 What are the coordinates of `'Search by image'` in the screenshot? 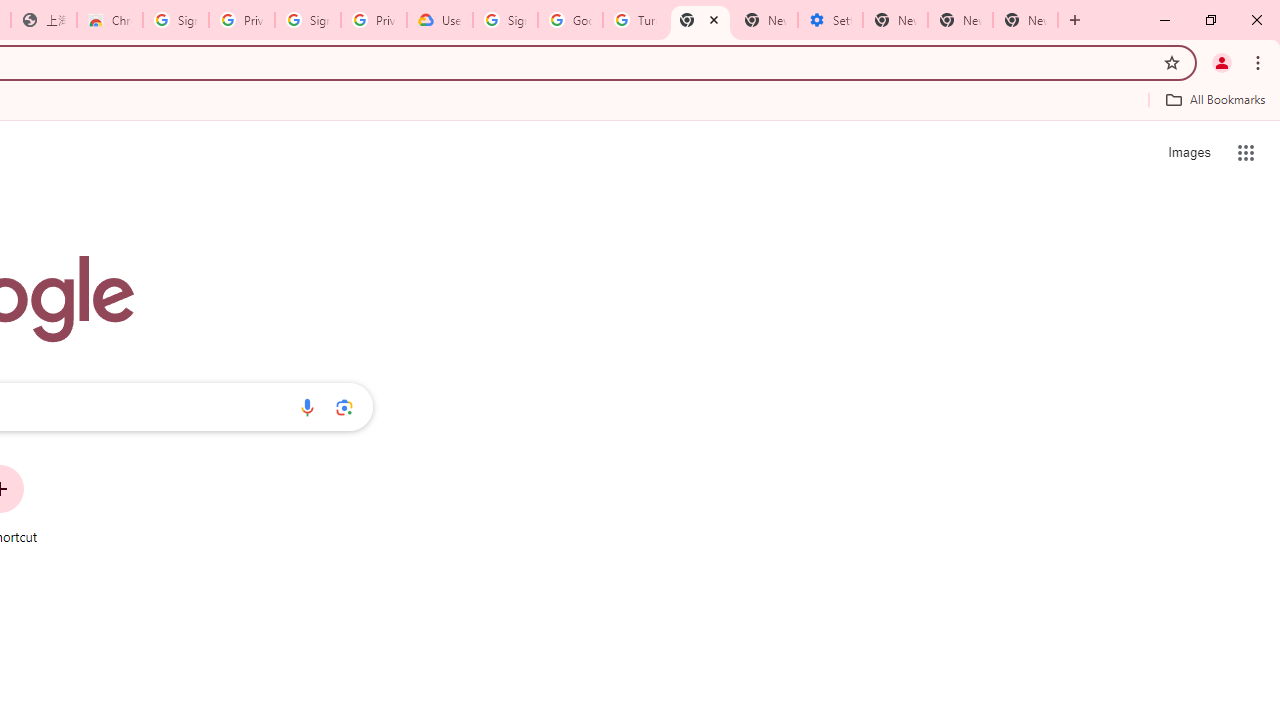 It's located at (344, 406).